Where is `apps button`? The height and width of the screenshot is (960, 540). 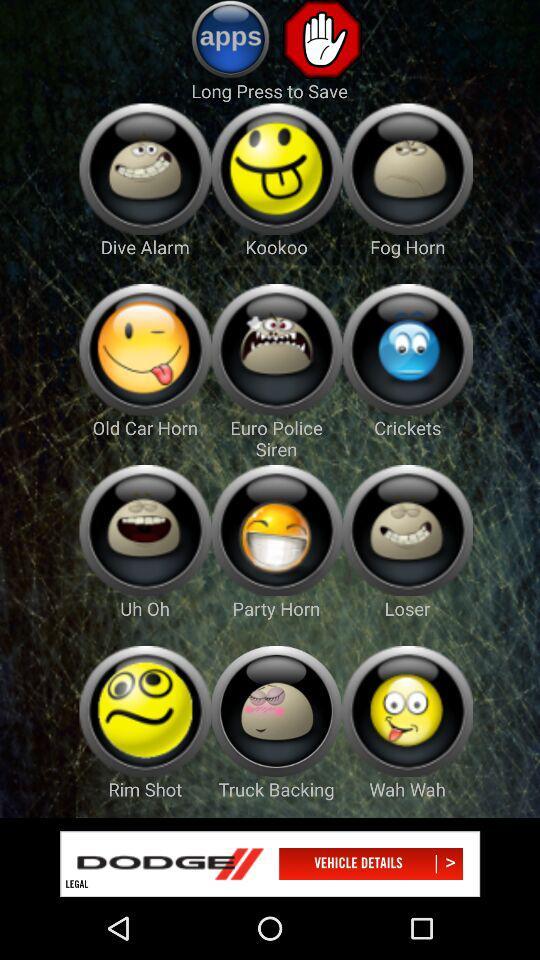 apps button is located at coordinates (229, 38).